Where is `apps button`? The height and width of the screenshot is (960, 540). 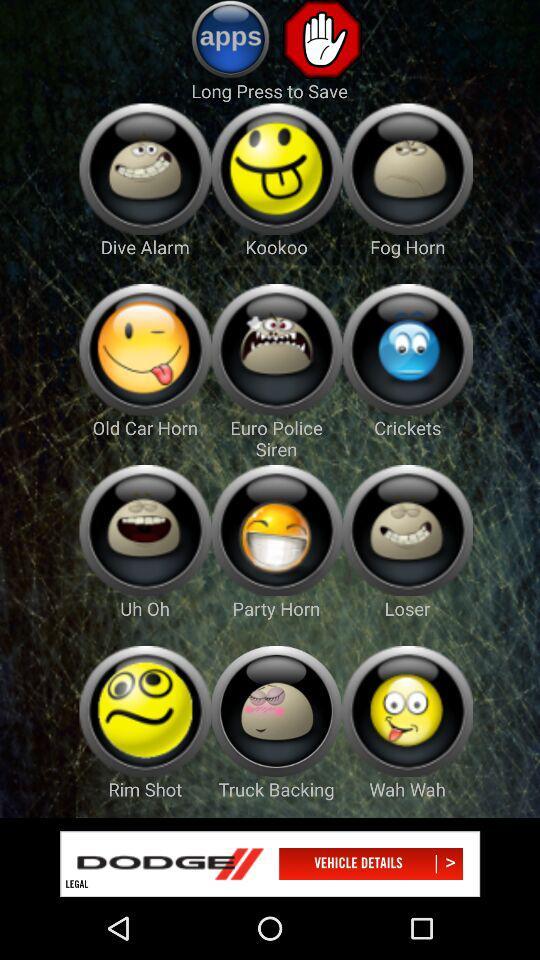 apps button is located at coordinates (229, 38).